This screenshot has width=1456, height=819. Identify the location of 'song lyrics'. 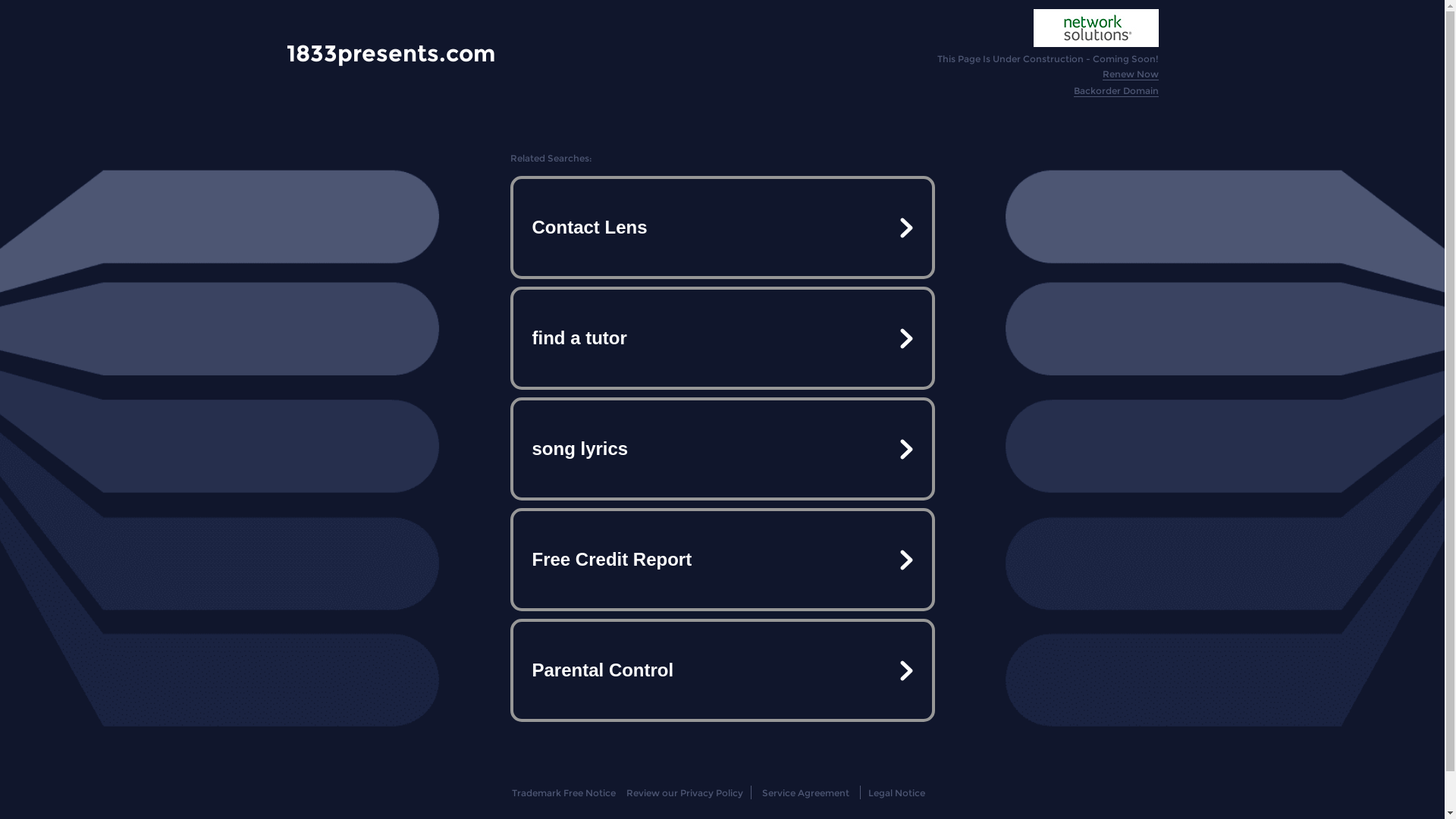
(720, 447).